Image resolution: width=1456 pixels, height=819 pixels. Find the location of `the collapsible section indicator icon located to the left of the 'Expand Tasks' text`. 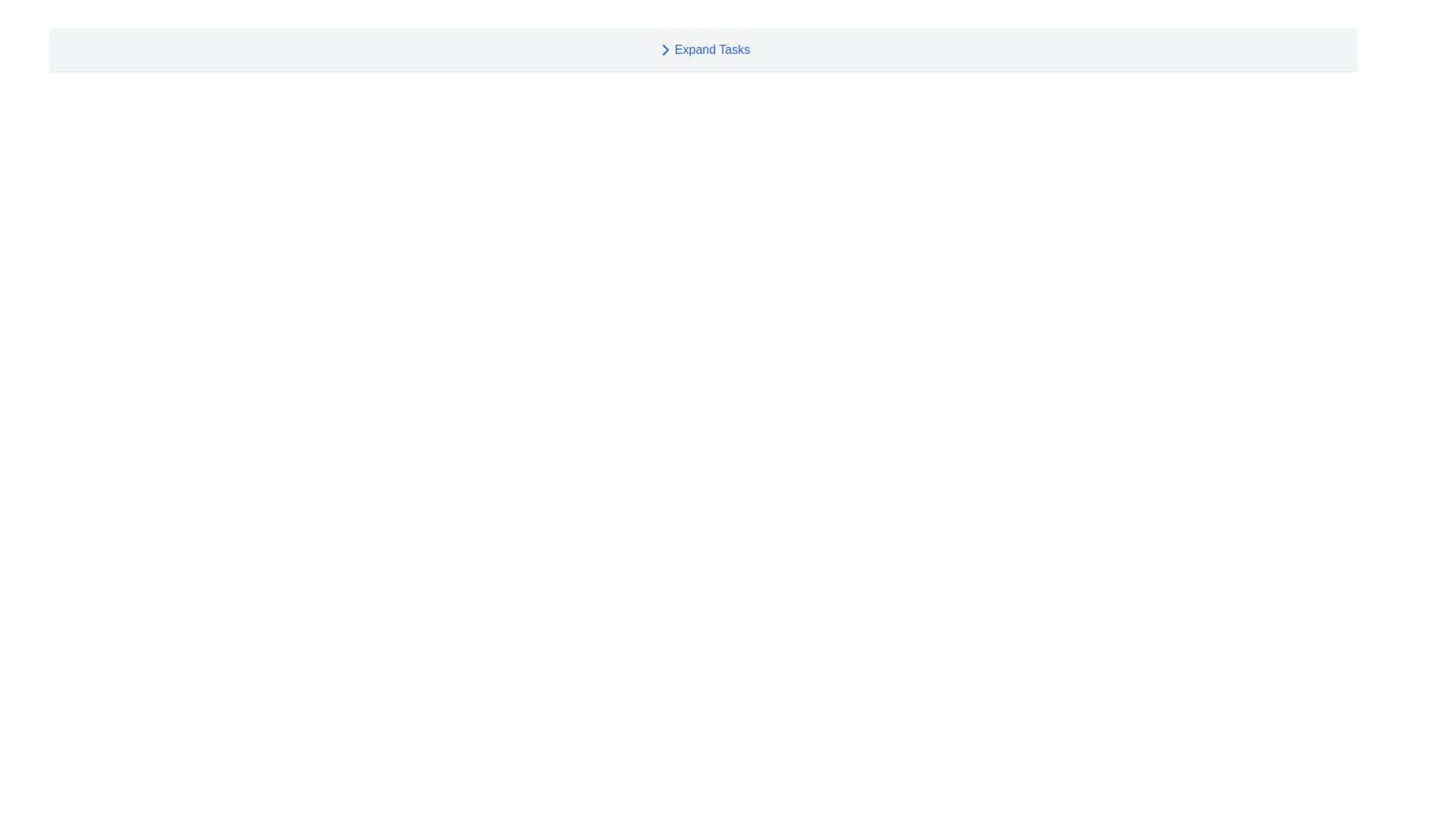

the collapsible section indicator icon located to the left of the 'Expand Tasks' text is located at coordinates (665, 49).